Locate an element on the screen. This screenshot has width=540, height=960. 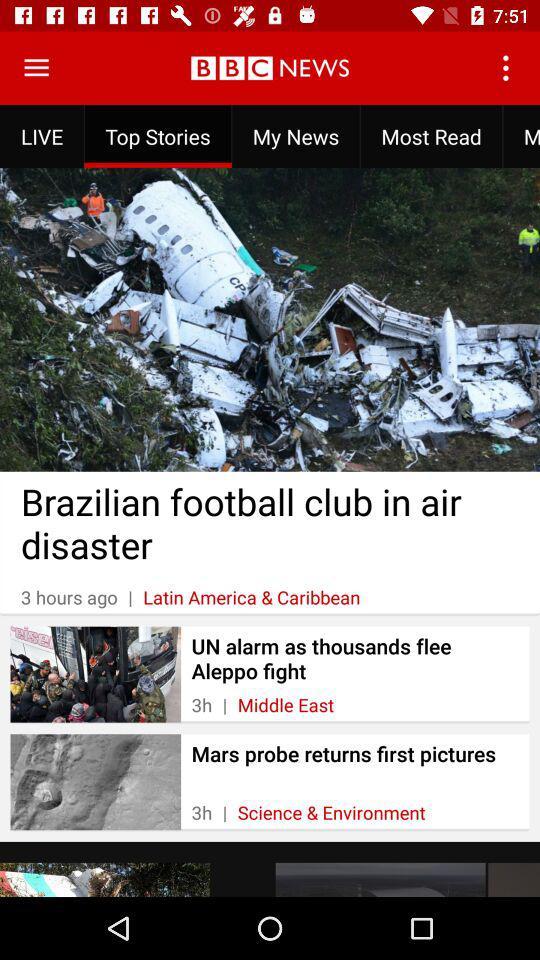
menu button is located at coordinates (36, 68).